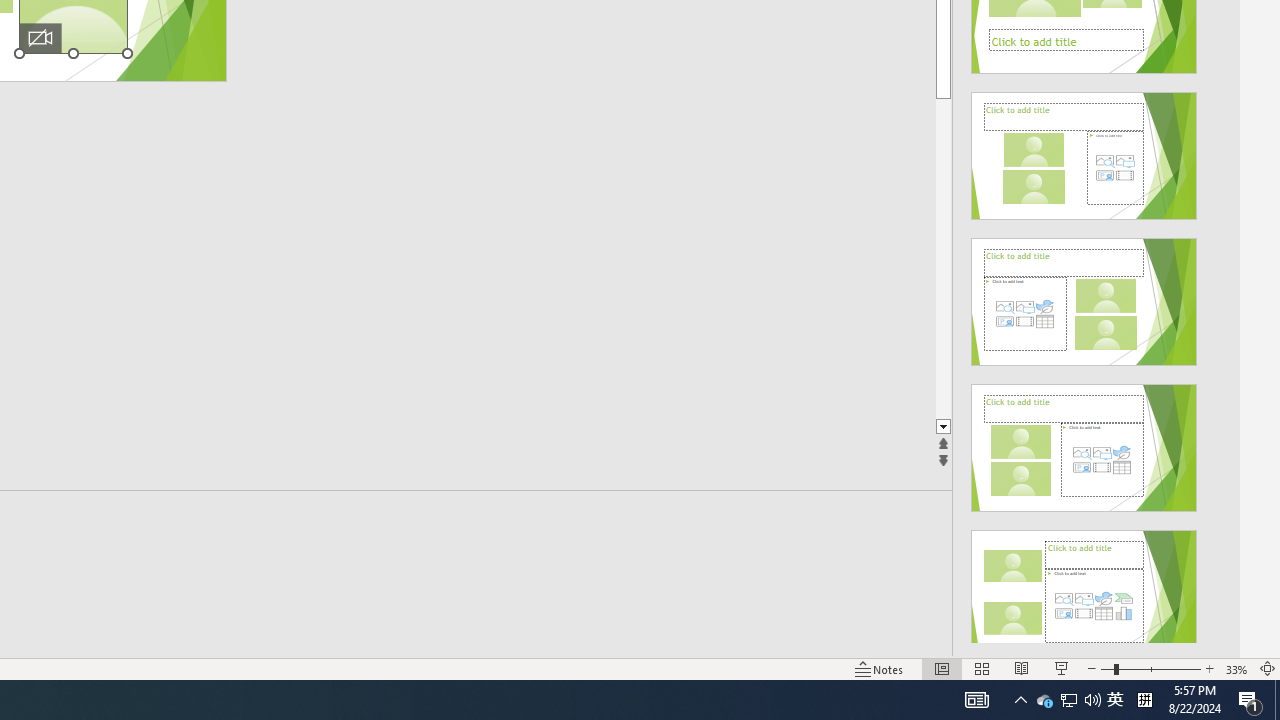  What do you see at coordinates (1236, 669) in the screenshot?
I see `'Zoom 33%'` at bounding box center [1236, 669].